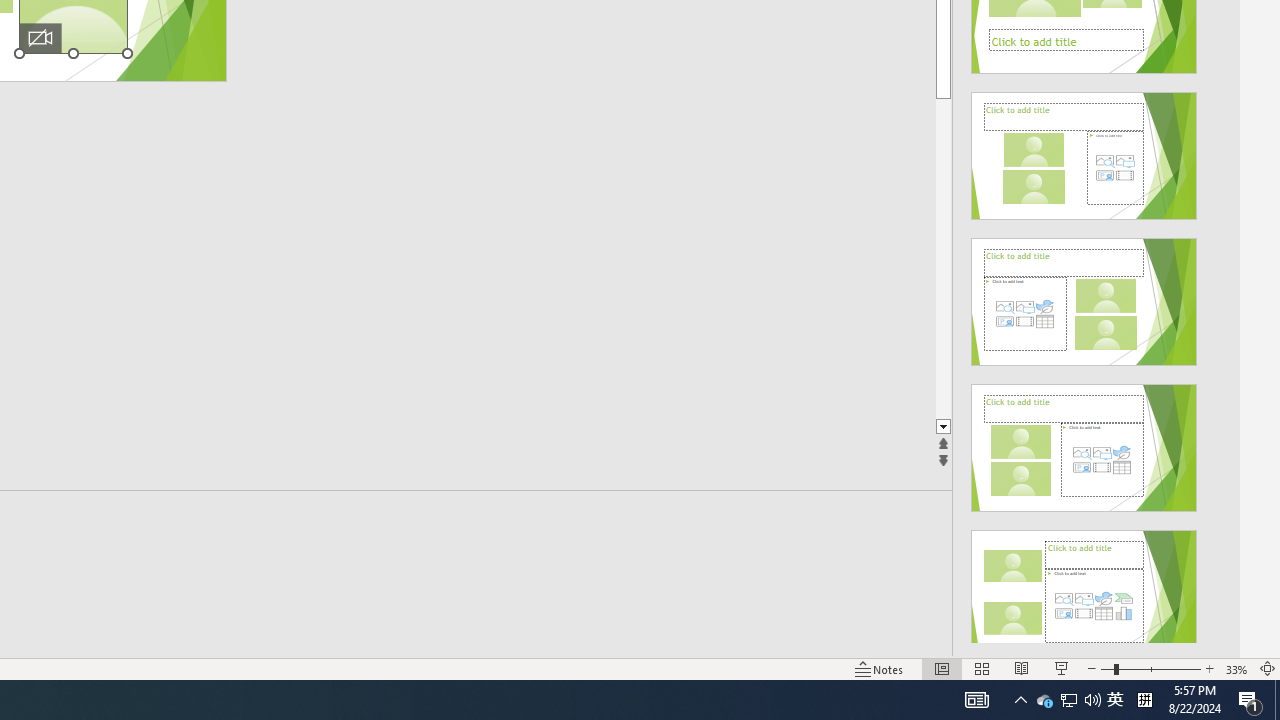  What do you see at coordinates (1236, 669) in the screenshot?
I see `'Zoom 33%'` at bounding box center [1236, 669].